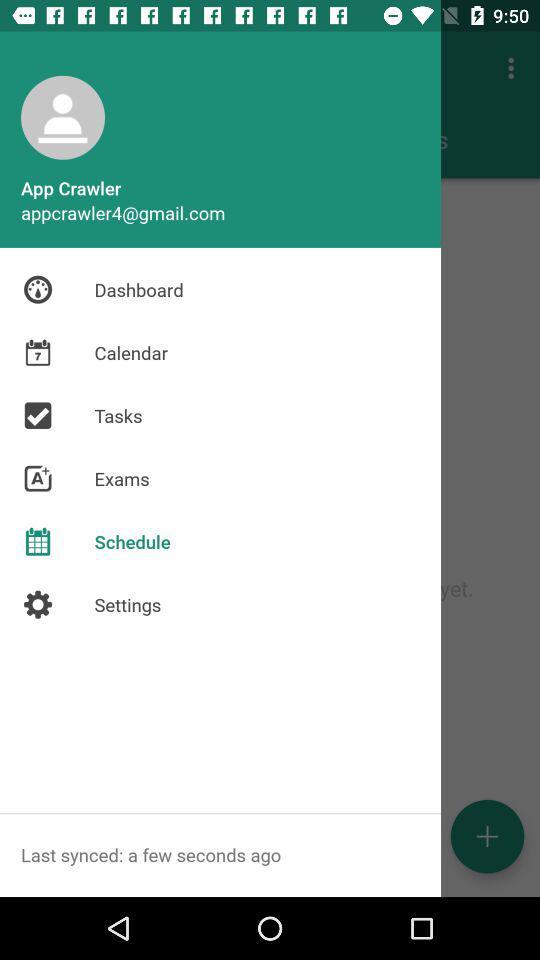 Image resolution: width=540 pixels, height=960 pixels. Describe the element at coordinates (514, 68) in the screenshot. I see `3 dots` at that location.